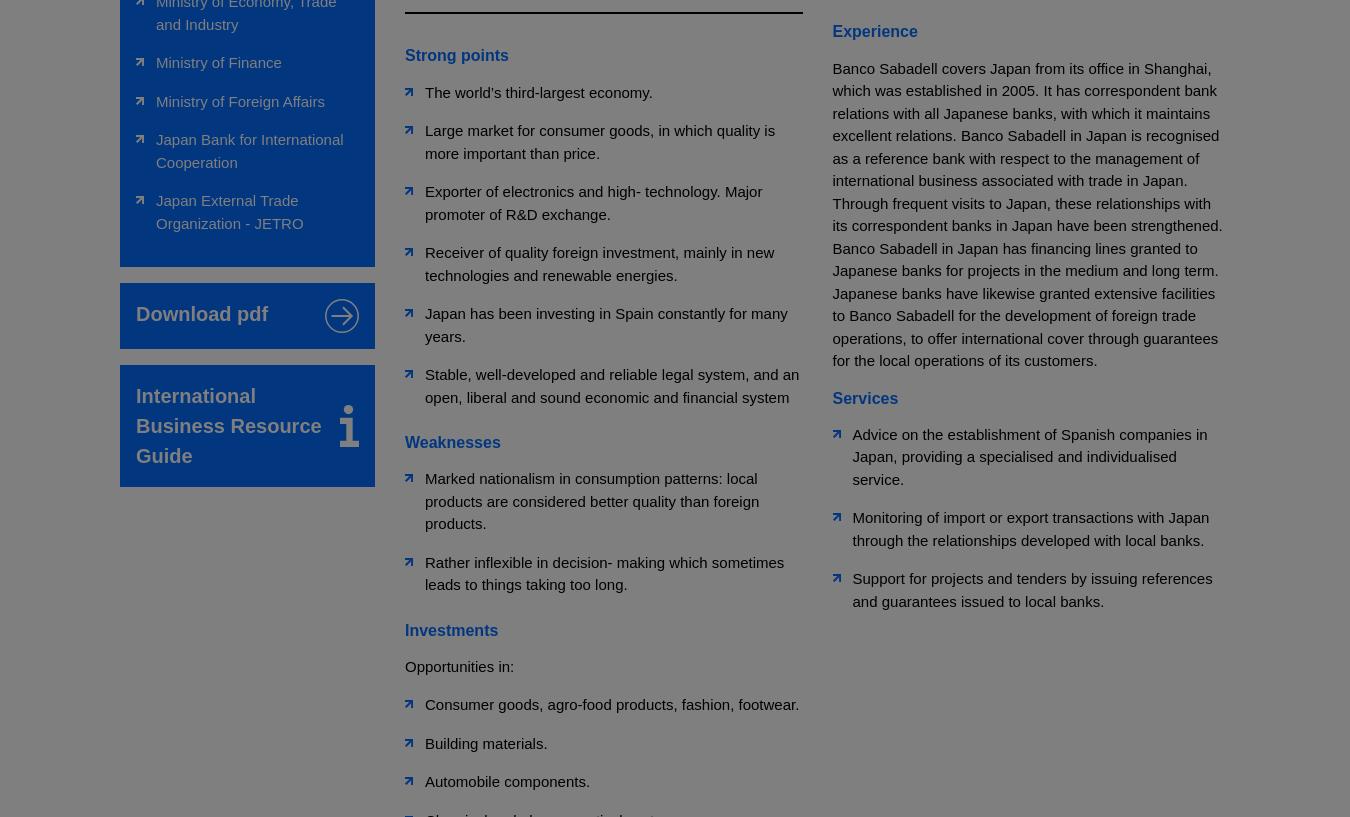 The height and width of the screenshot is (817, 1350). I want to click on 'Strong points', so click(455, 54).